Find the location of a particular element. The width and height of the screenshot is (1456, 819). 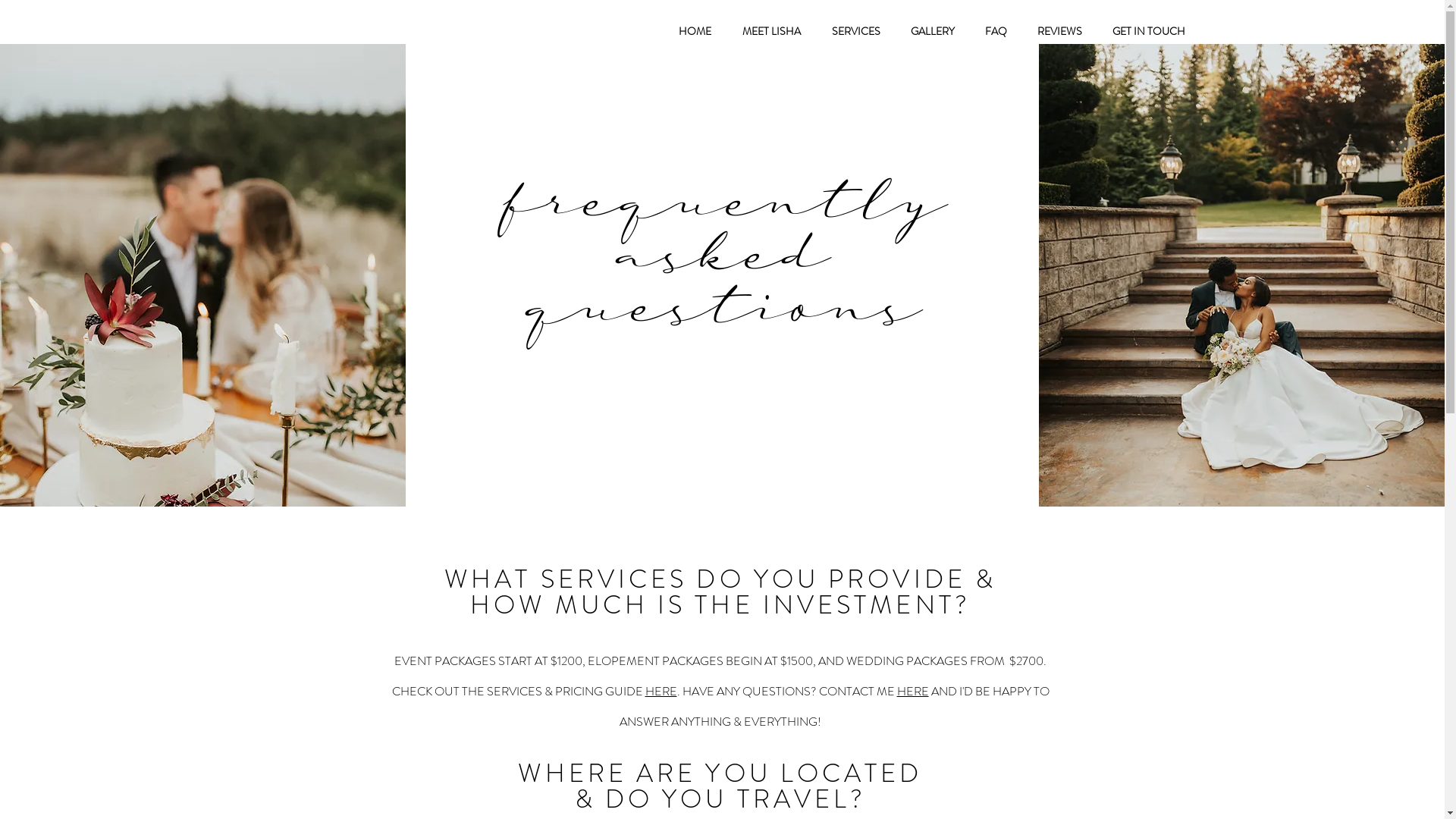

'FAQ' is located at coordinates (968, 31).